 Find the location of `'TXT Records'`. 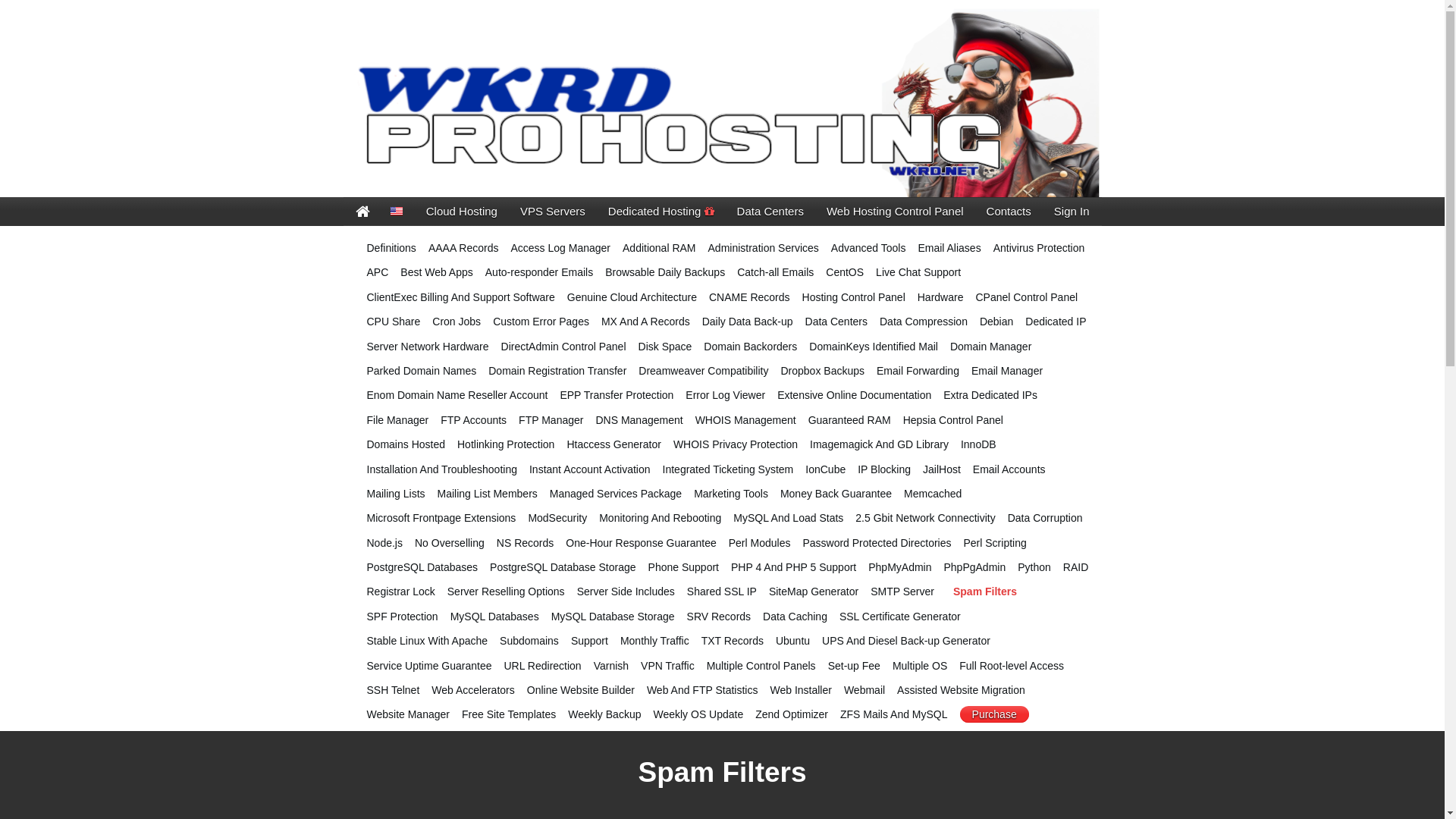

'TXT Records' is located at coordinates (732, 640).